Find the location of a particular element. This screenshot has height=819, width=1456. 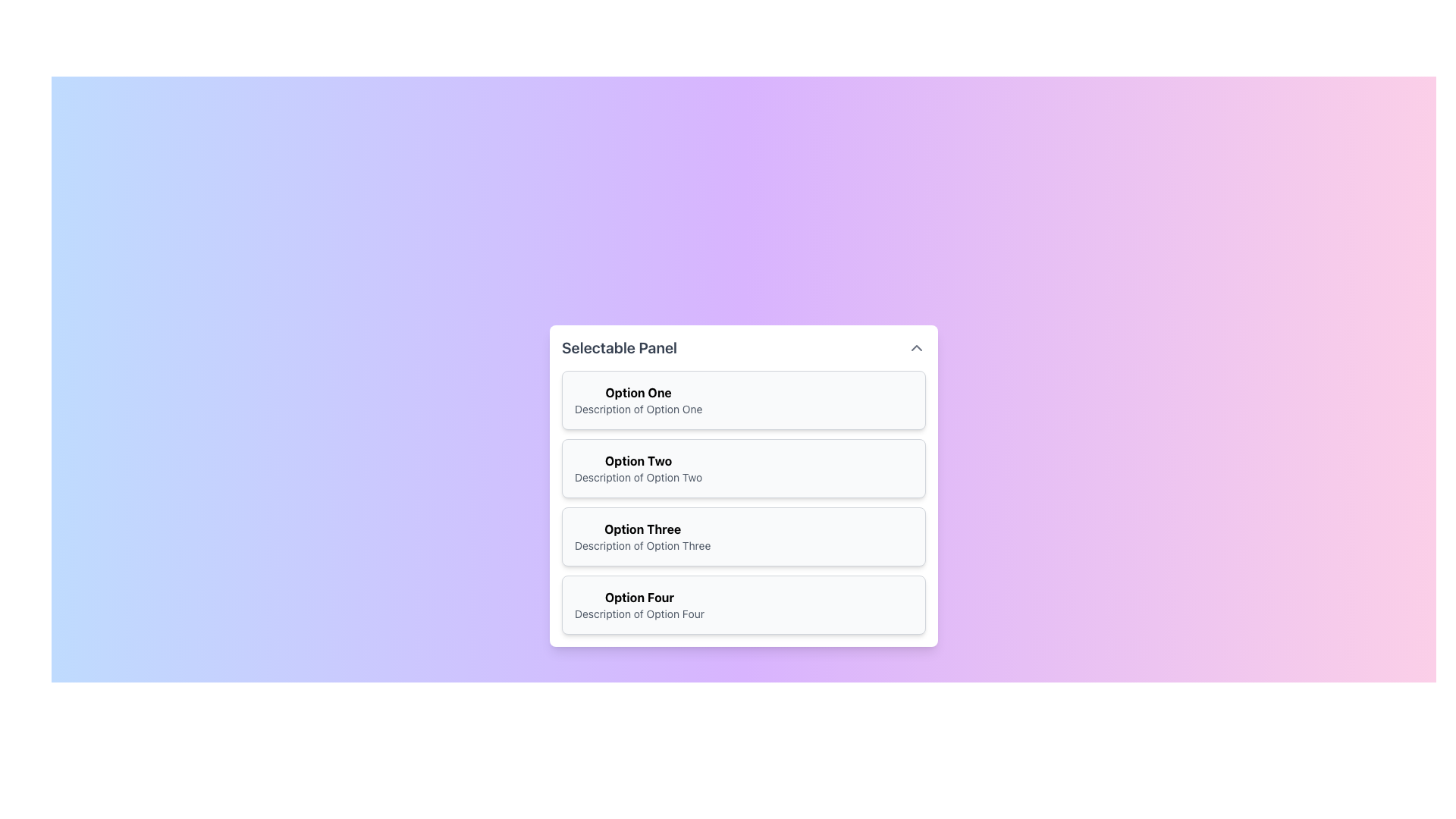

text of the label indicating the title of the third selectable option in the 'Selectable Panel', located above its description 'Description of Option Three' is located at coordinates (642, 529).